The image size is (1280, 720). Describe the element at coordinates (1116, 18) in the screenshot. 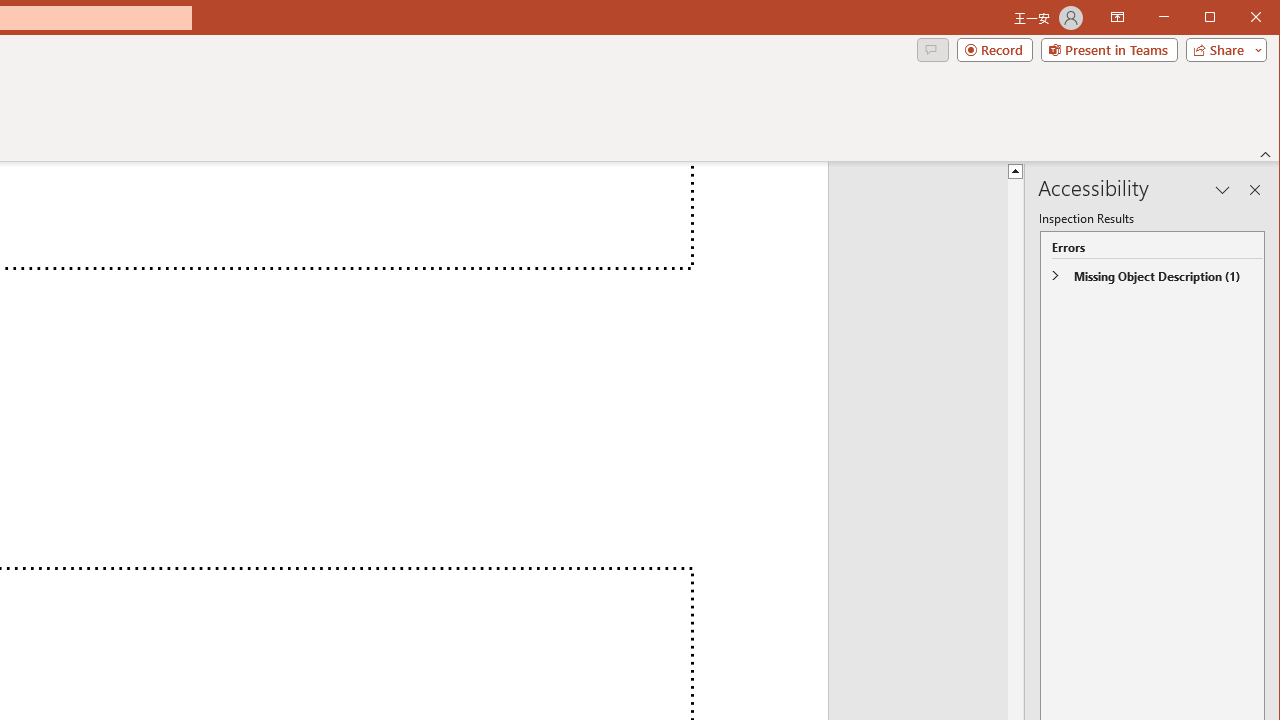

I see `'Ribbon Display Options'` at that location.